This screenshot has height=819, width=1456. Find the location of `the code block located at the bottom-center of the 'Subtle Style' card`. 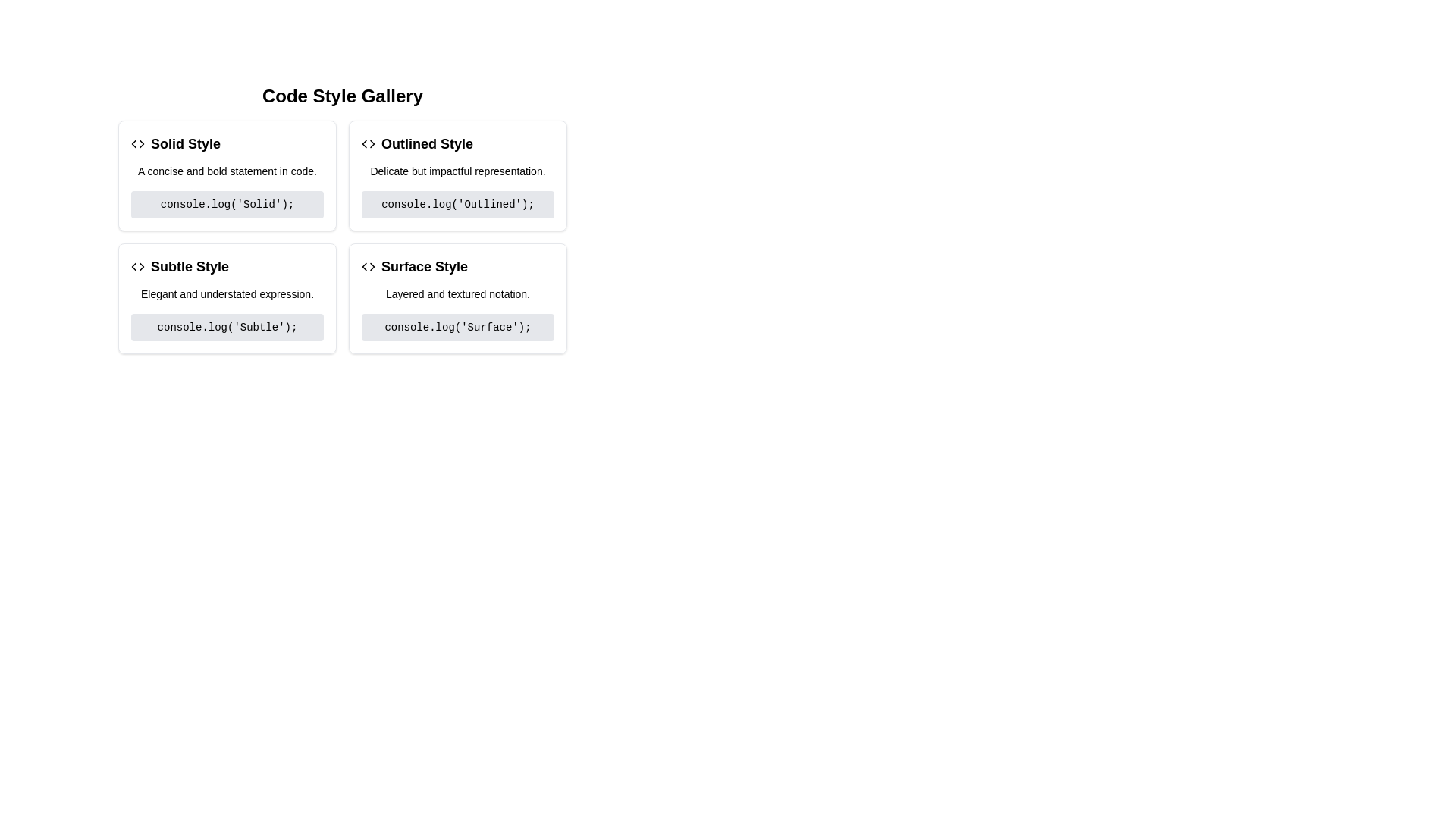

the code block located at the bottom-center of the 'Subtle Style' card is located at coordinates (226, 327).